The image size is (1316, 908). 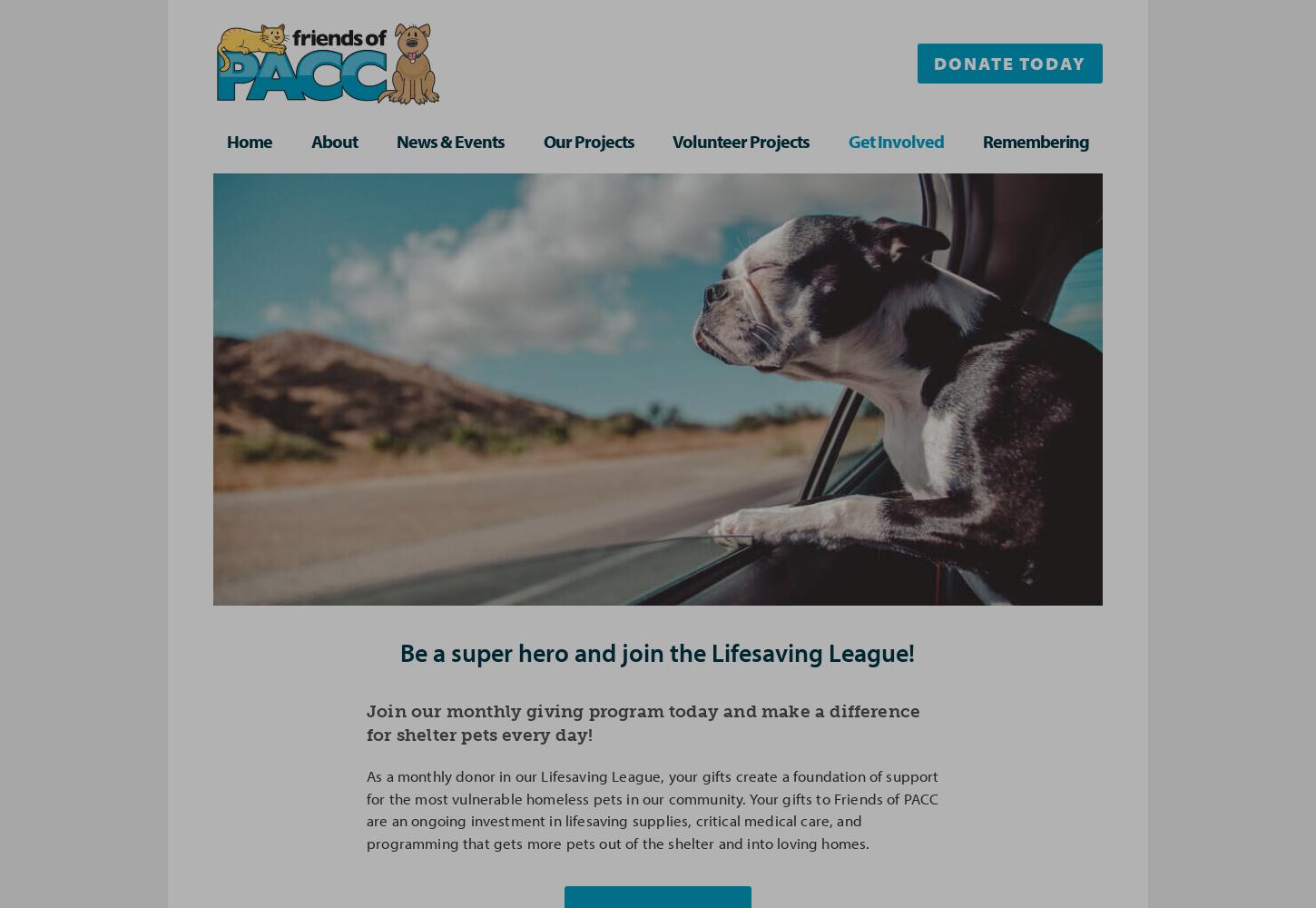 What do you see at coordinates (656, 650) in the screenshot?
I see `'Be a super hero and join the Lifesaving League!'` at bounding box center [656, 650].